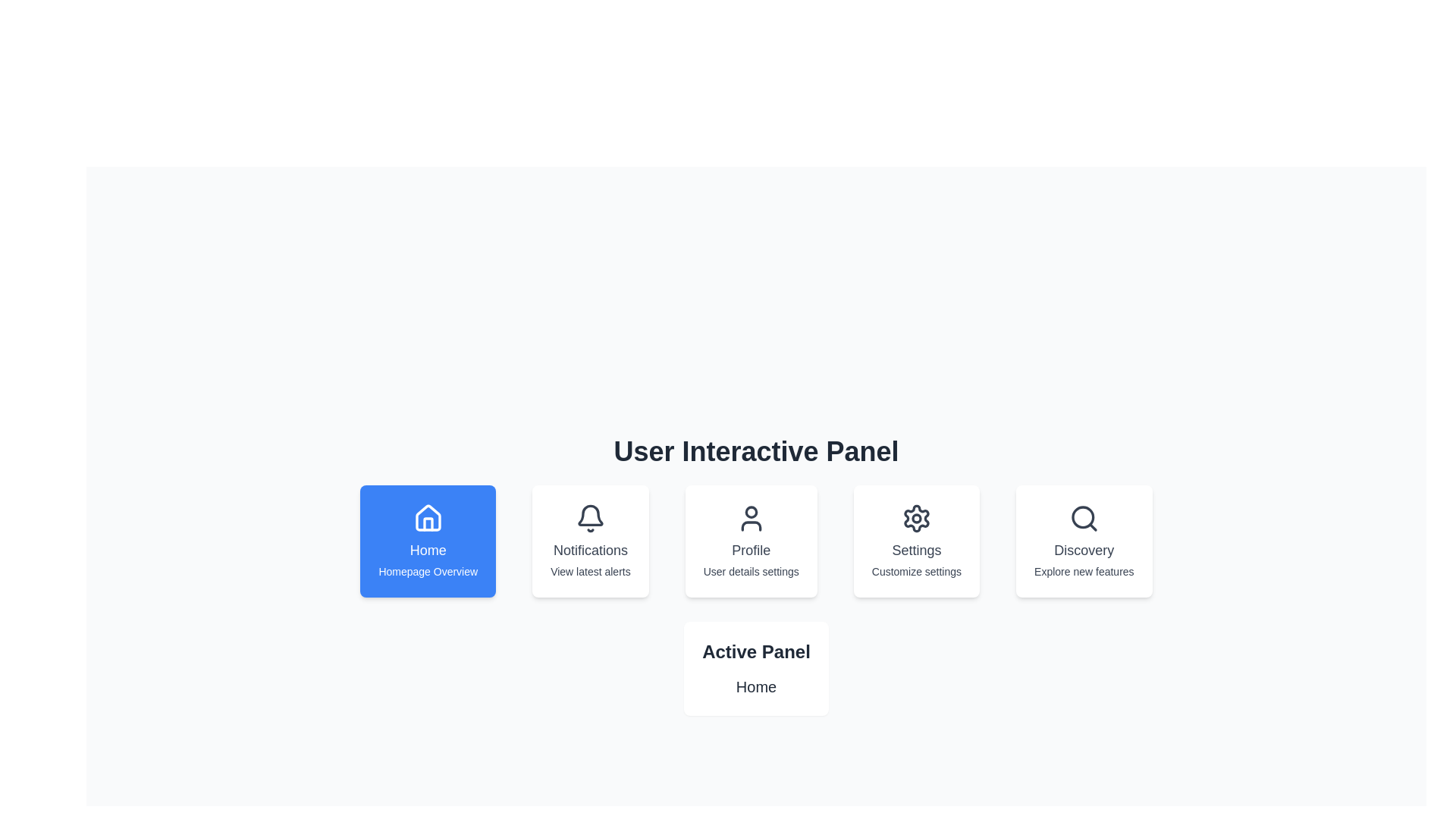 The width and height of the screenshot is (1456, 819). What do you see at coordinates (589, 550) in the screenshot?
I see `the 'Notifications' static text label, which is styled in a larger, bold font and is positioned below a bell-shaped icon within a notification card` at bounding box center [589, 550].